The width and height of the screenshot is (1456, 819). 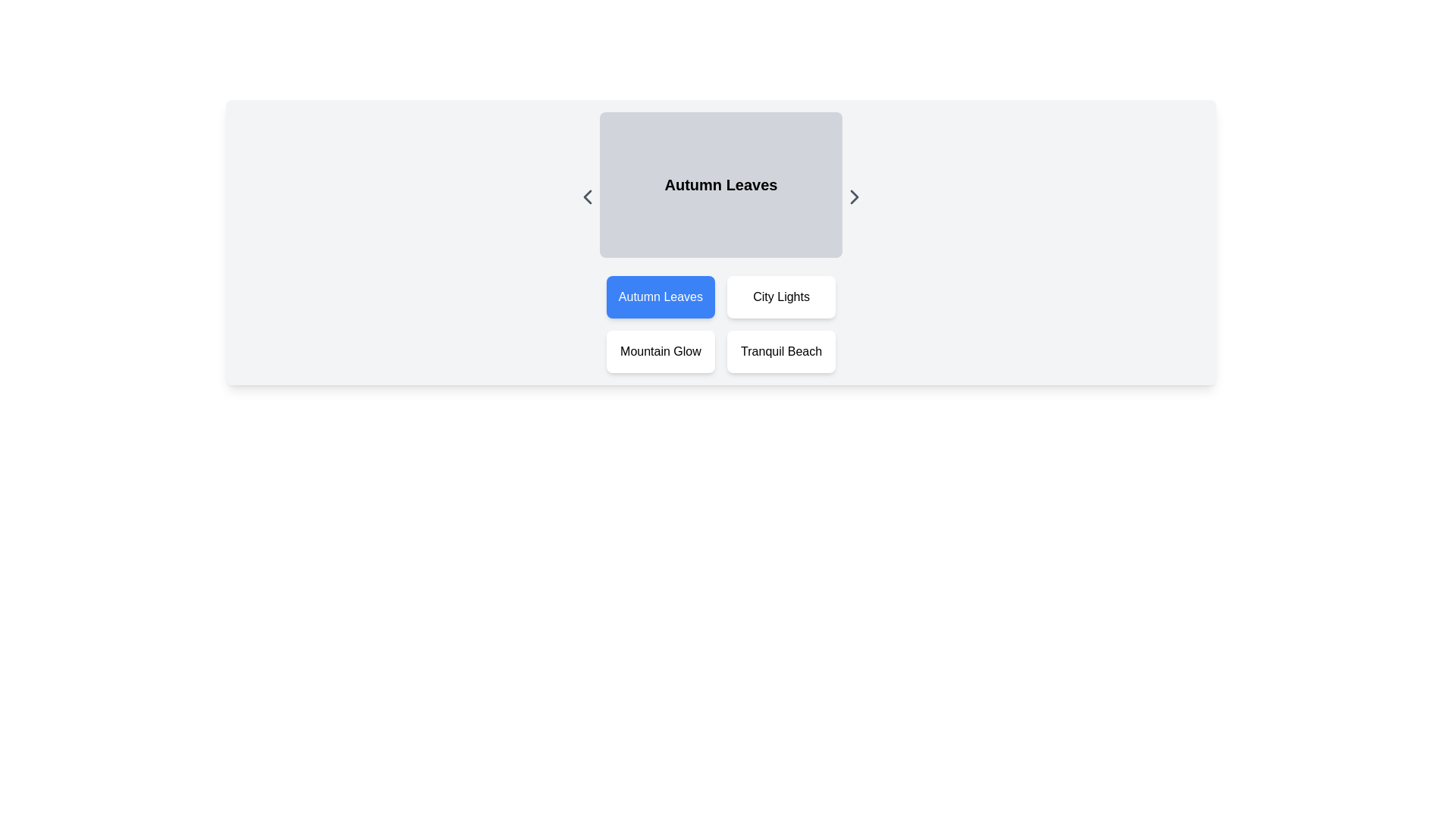 What do you see at coordinates (661, 297) in the screenshot?
I see `the button in the top-left corner of the two-column layout grid` at bounding box center [661, 297].